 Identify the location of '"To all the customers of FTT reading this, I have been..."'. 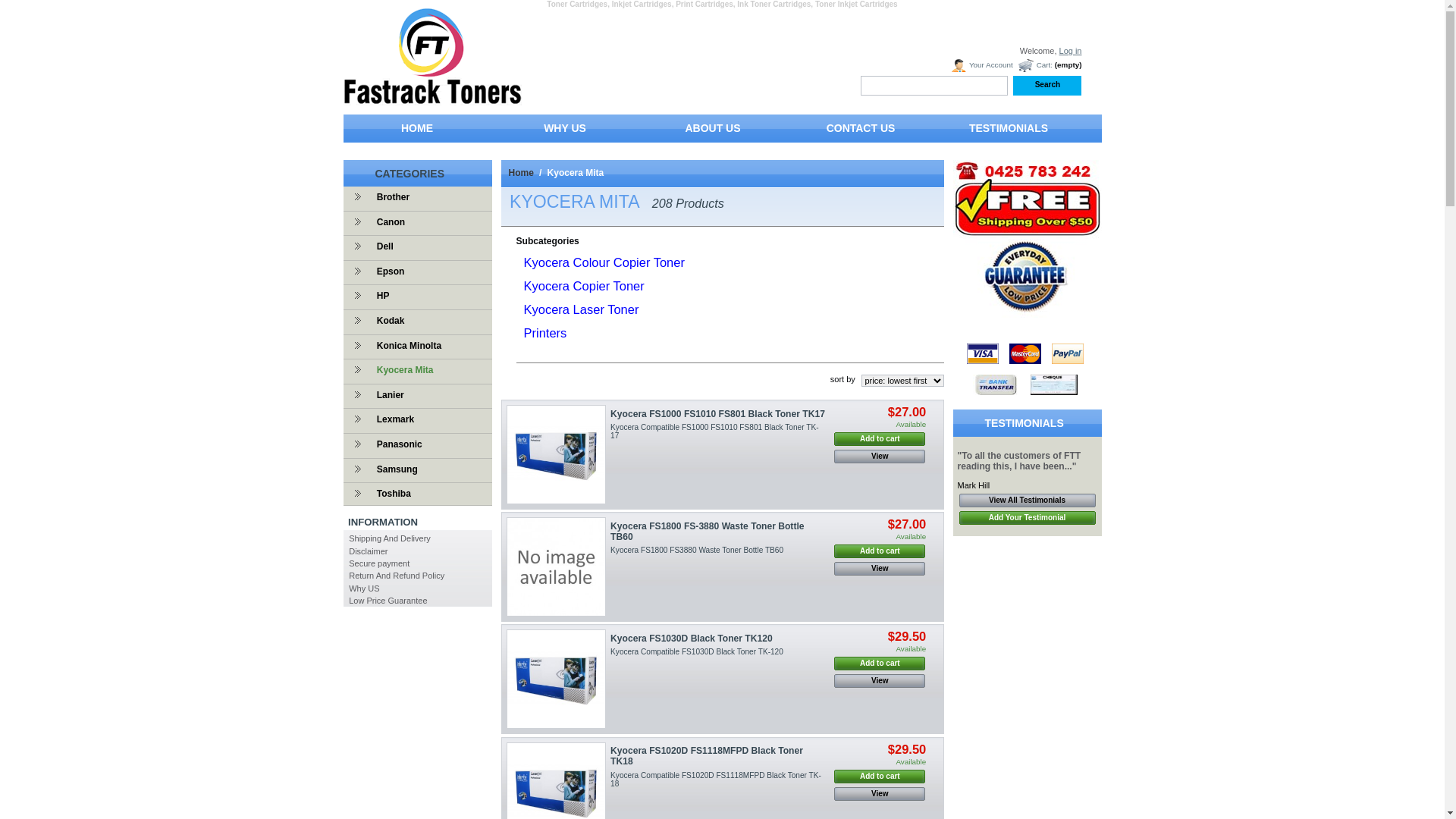
(956, 460).